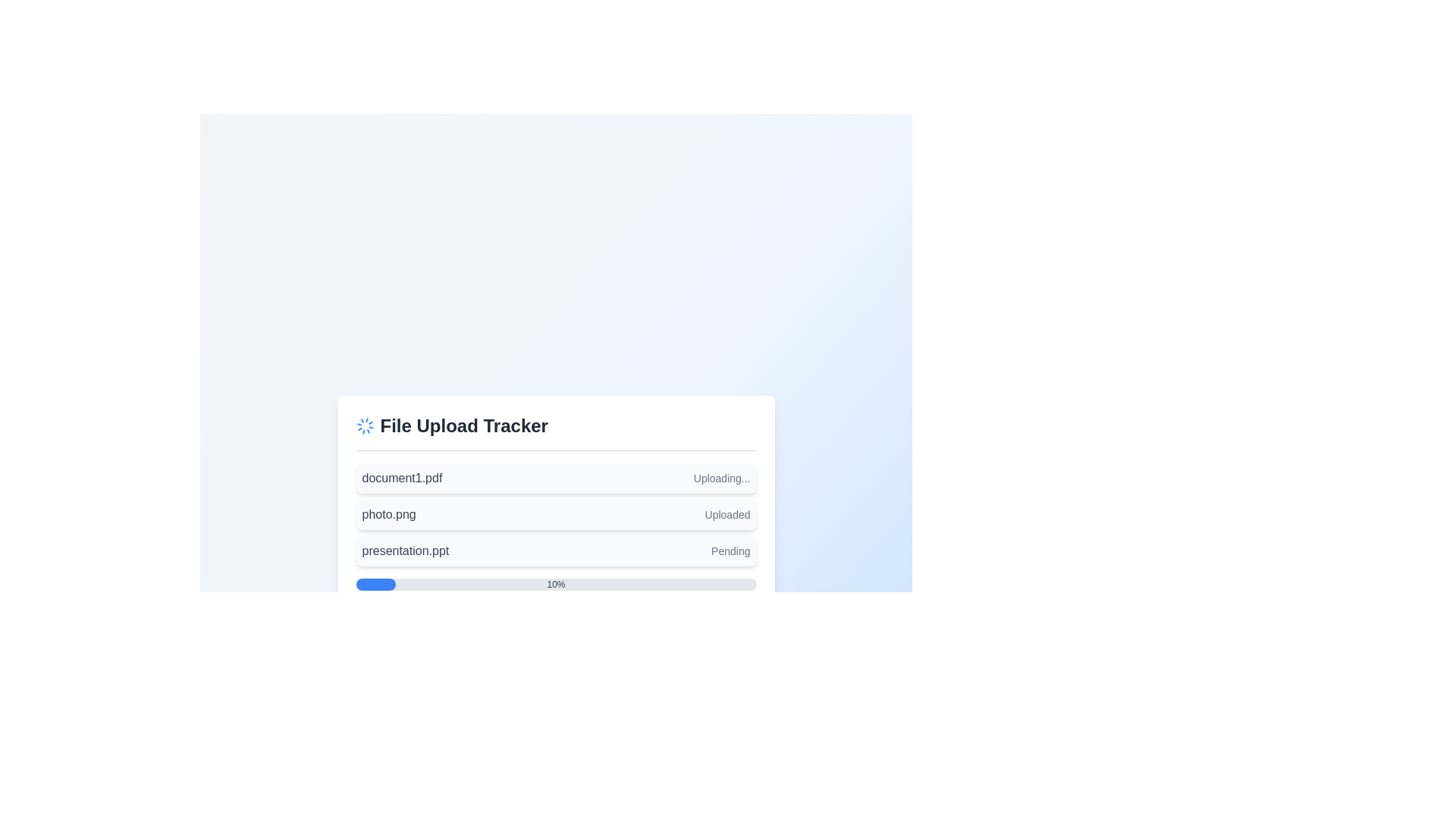  I want to click on the text label displaying 'presentation.ppt' which is styled in medium-weight font and dark gray color, located on the left side of the card, so click(405, 551).